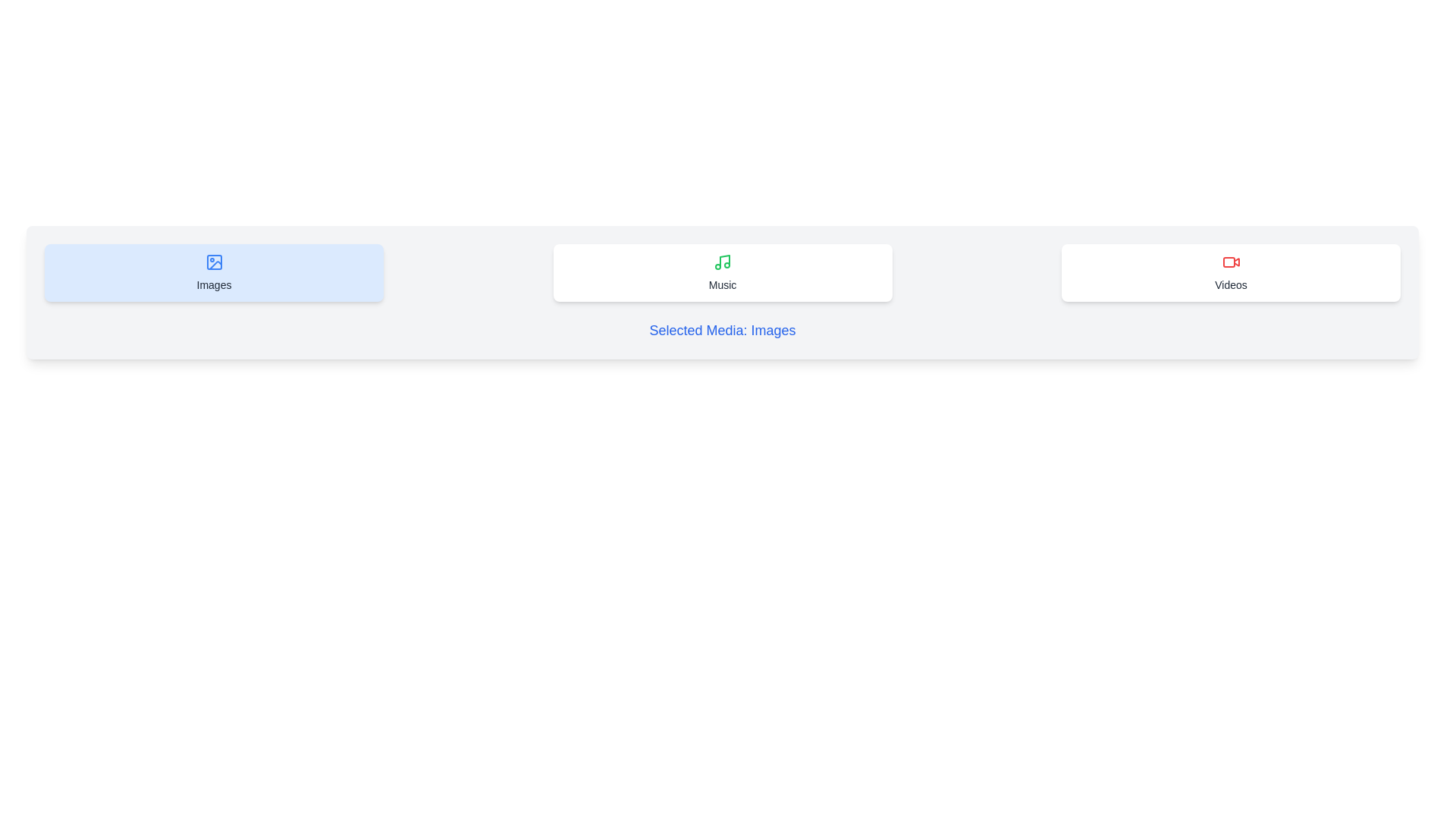 The height and width of the screenshot is (819, 1456). I want to click on the 'Music' button to select it, so click(722, 271).